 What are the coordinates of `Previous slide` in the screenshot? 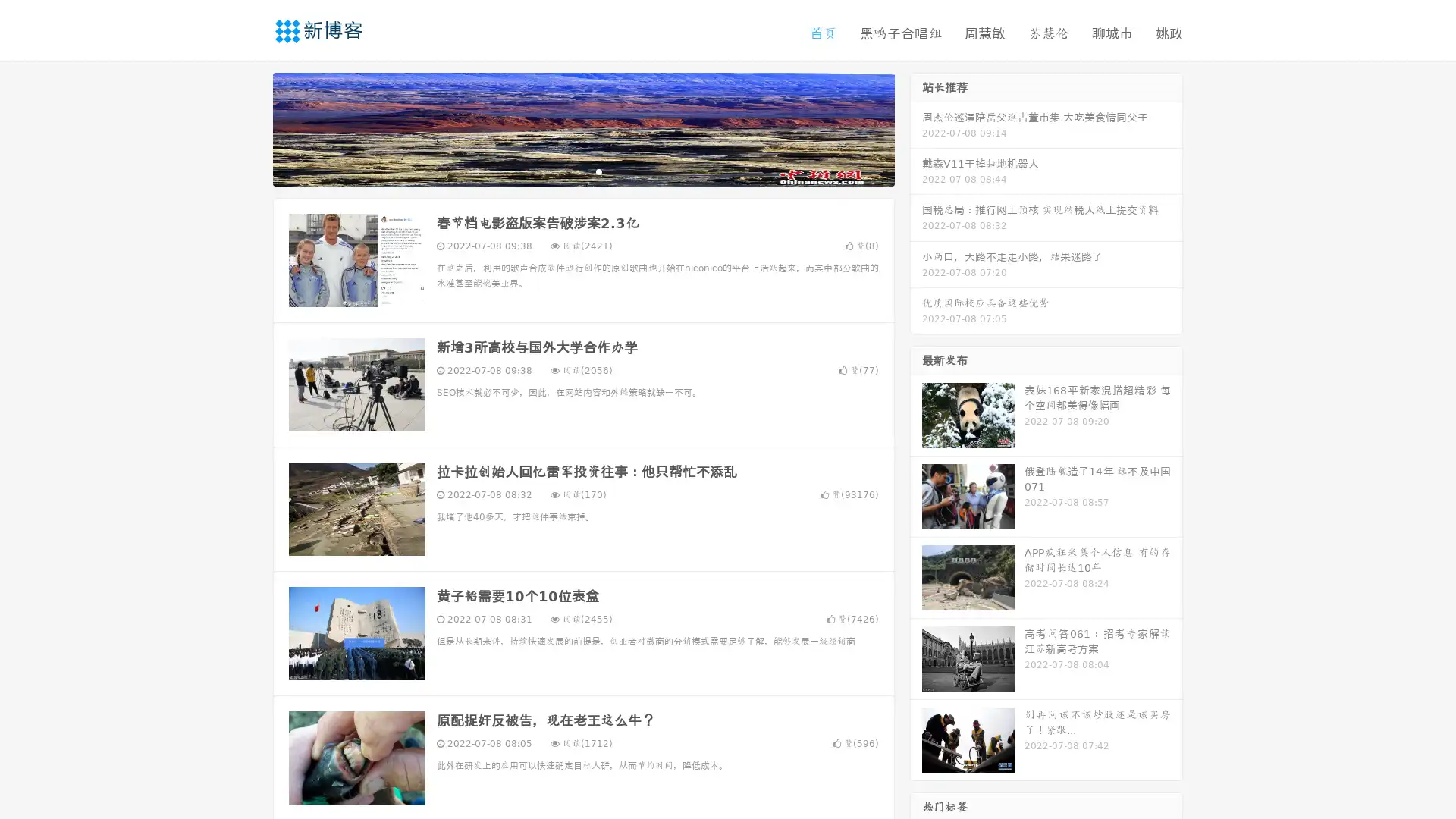 It's located at (250, 127).